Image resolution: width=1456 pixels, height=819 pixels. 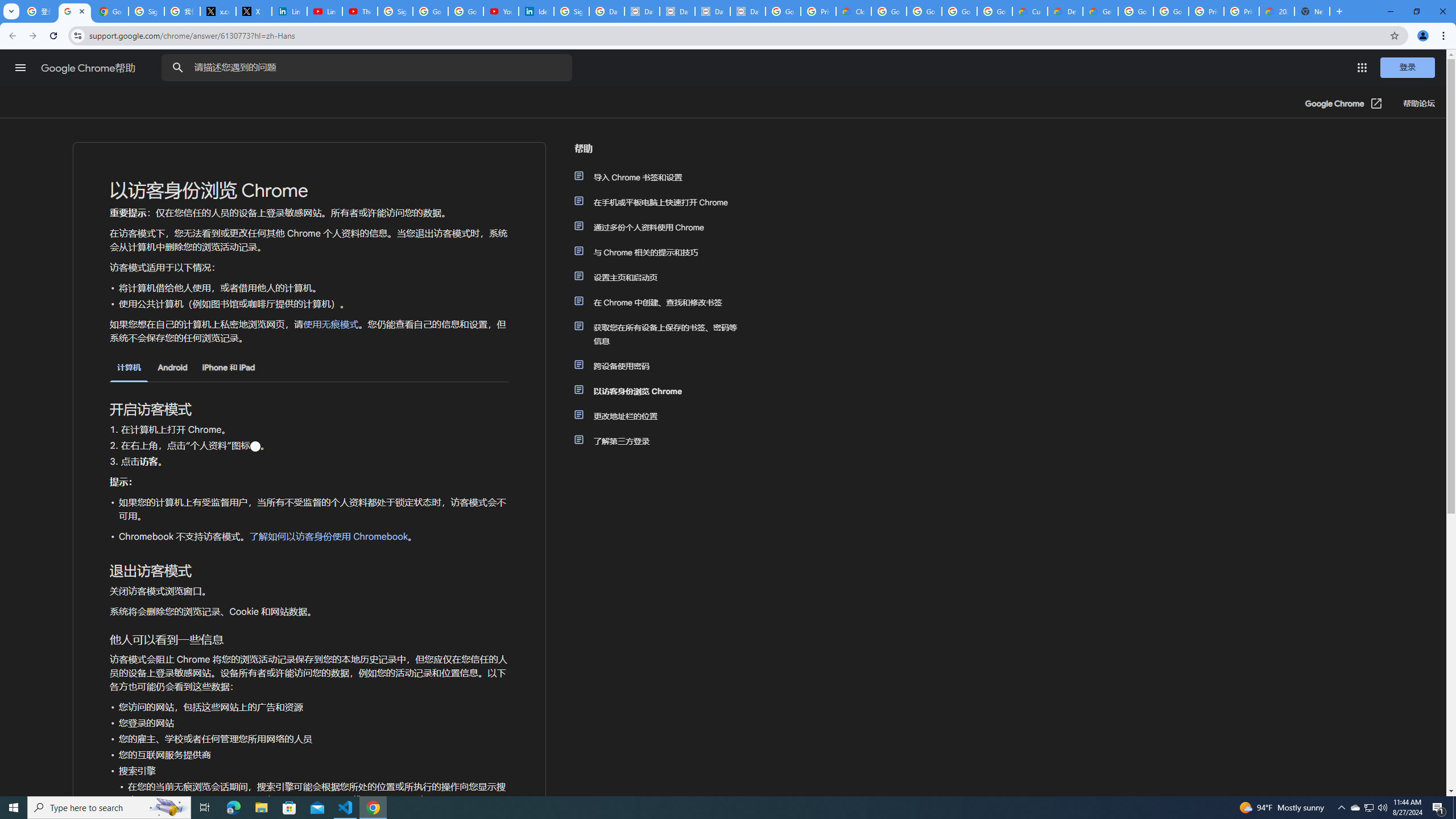 What do you see at coordinates (994, 11) in the screenshot?
I see `'Google Workspace - Specific Terms'` at bounding box center [994, 11].